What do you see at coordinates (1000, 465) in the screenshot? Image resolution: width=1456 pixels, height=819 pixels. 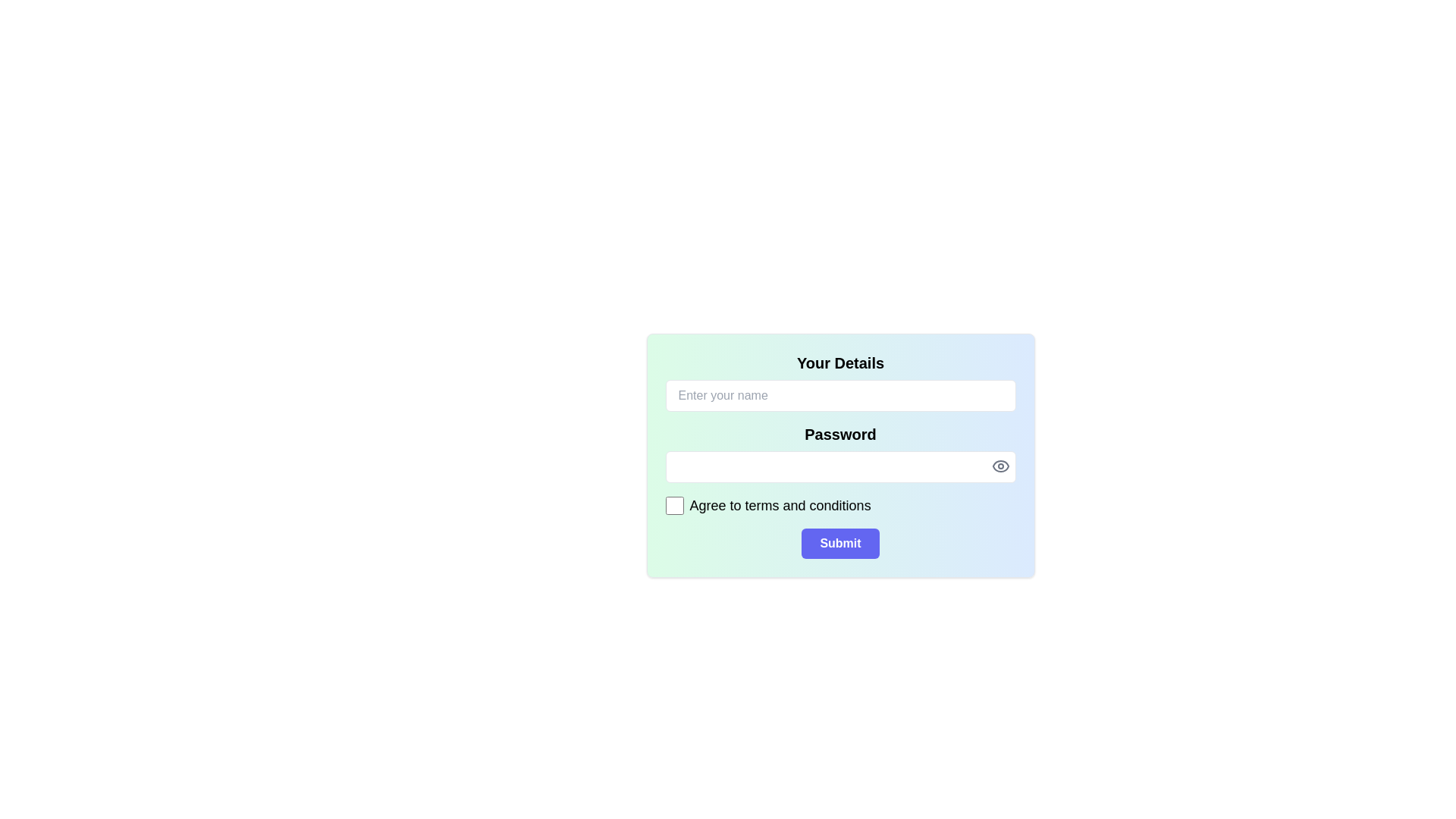 I see `the password visibility toggle button located in the upper-right corner of the password input field to change its styling` at bounding box center [1000, 465].